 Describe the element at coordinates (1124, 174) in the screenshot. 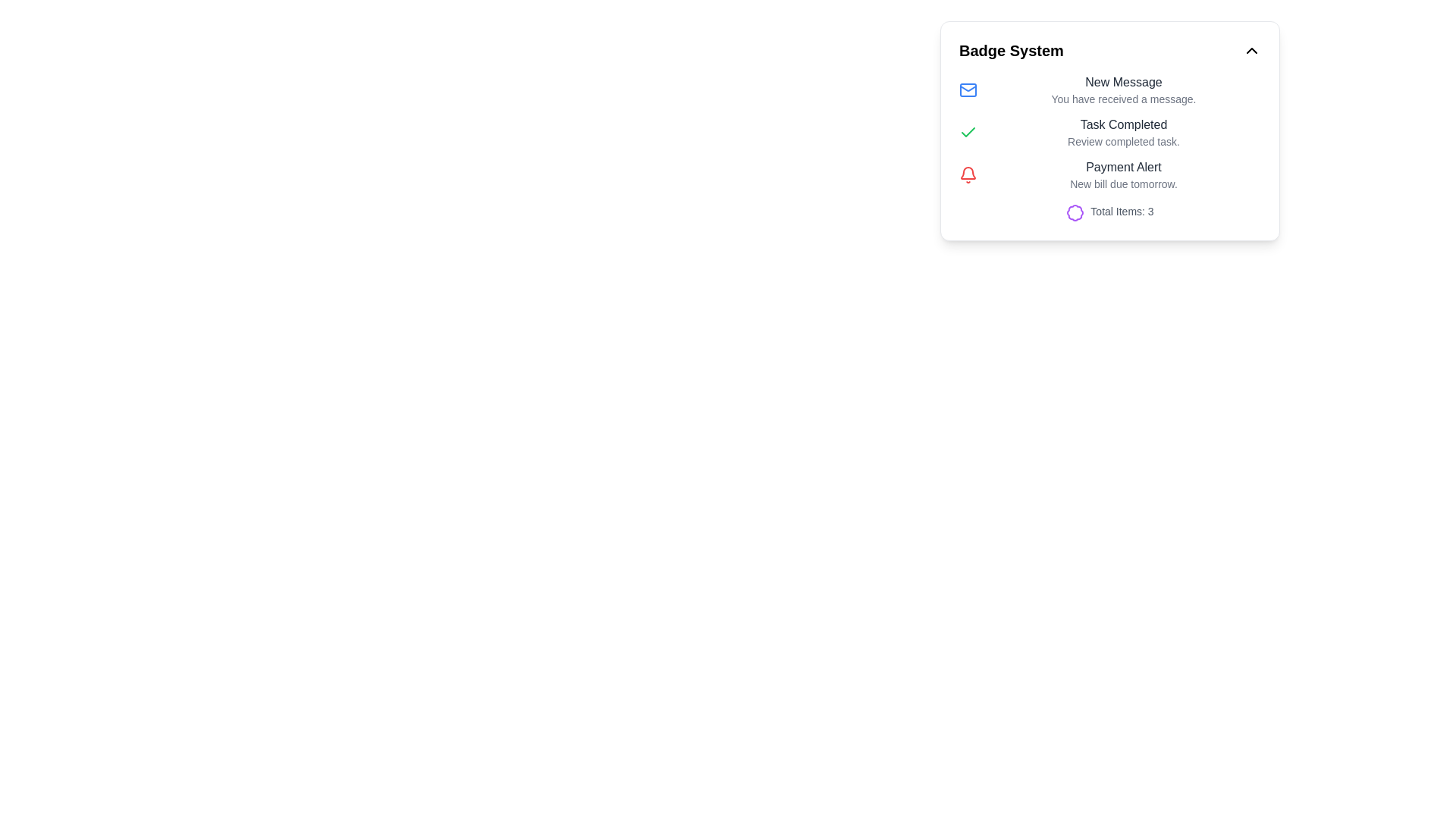

I see `text of the Notification item that states 'Payment Alert' and 'New bill due tomorrow.' for informational purposes` at that location.